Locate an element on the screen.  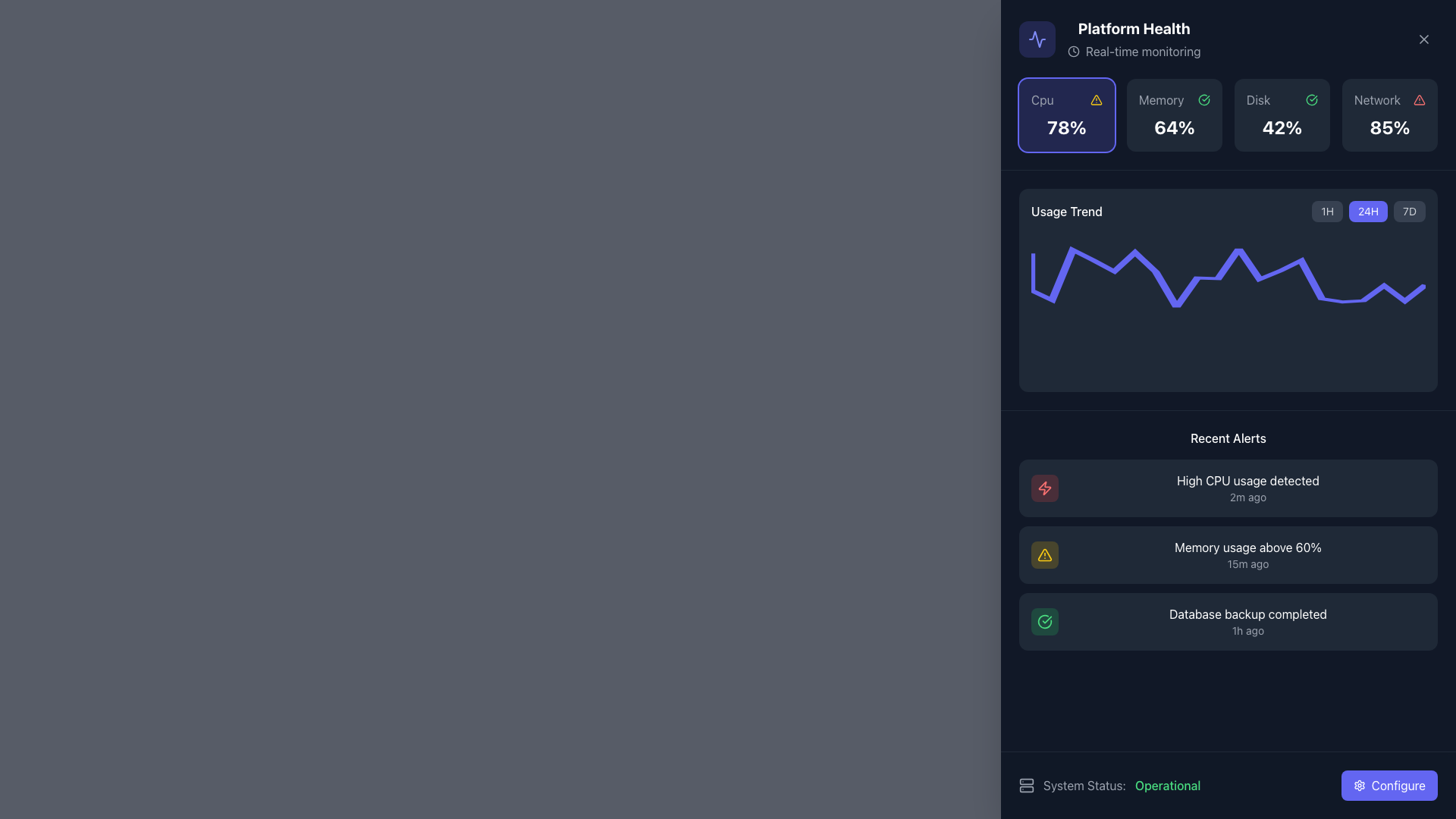
the second notification entry in the 'Recent Alerts' section, which displays a warning about memory usage above 60% is located at coordinates (1228, 555).